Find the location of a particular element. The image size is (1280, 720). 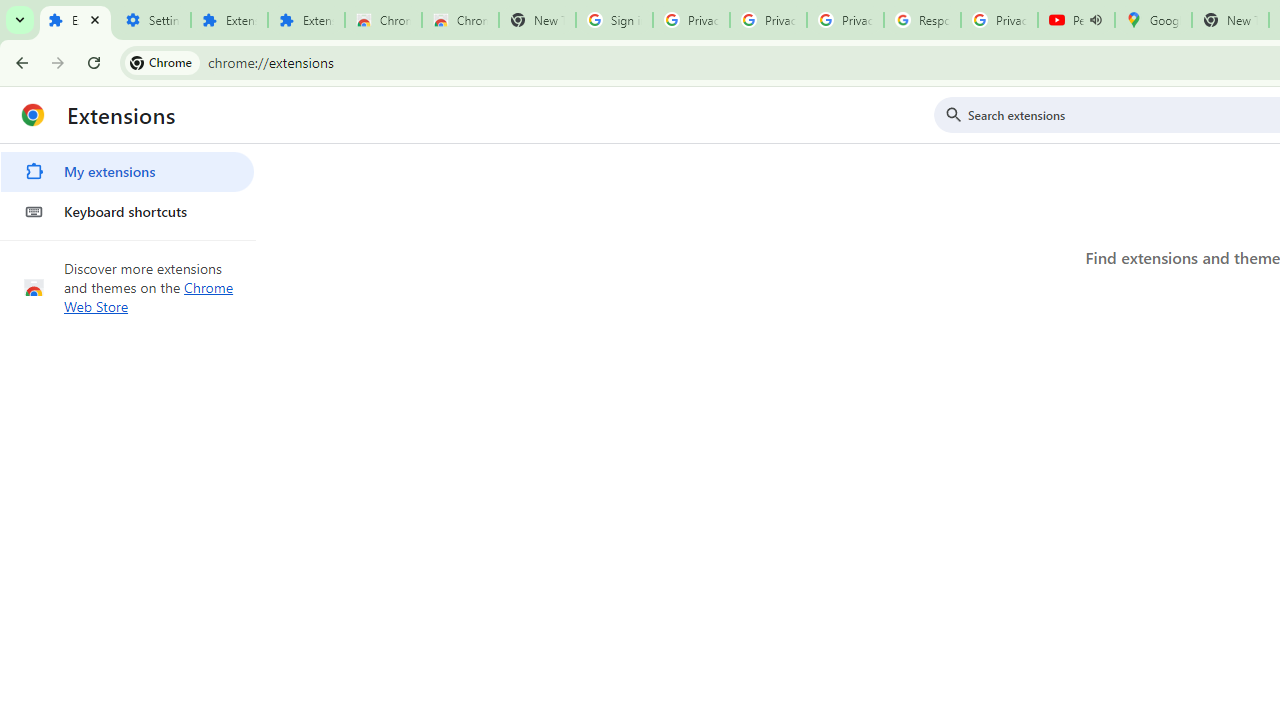

'My extensions' is located at coordinates (126, 171).